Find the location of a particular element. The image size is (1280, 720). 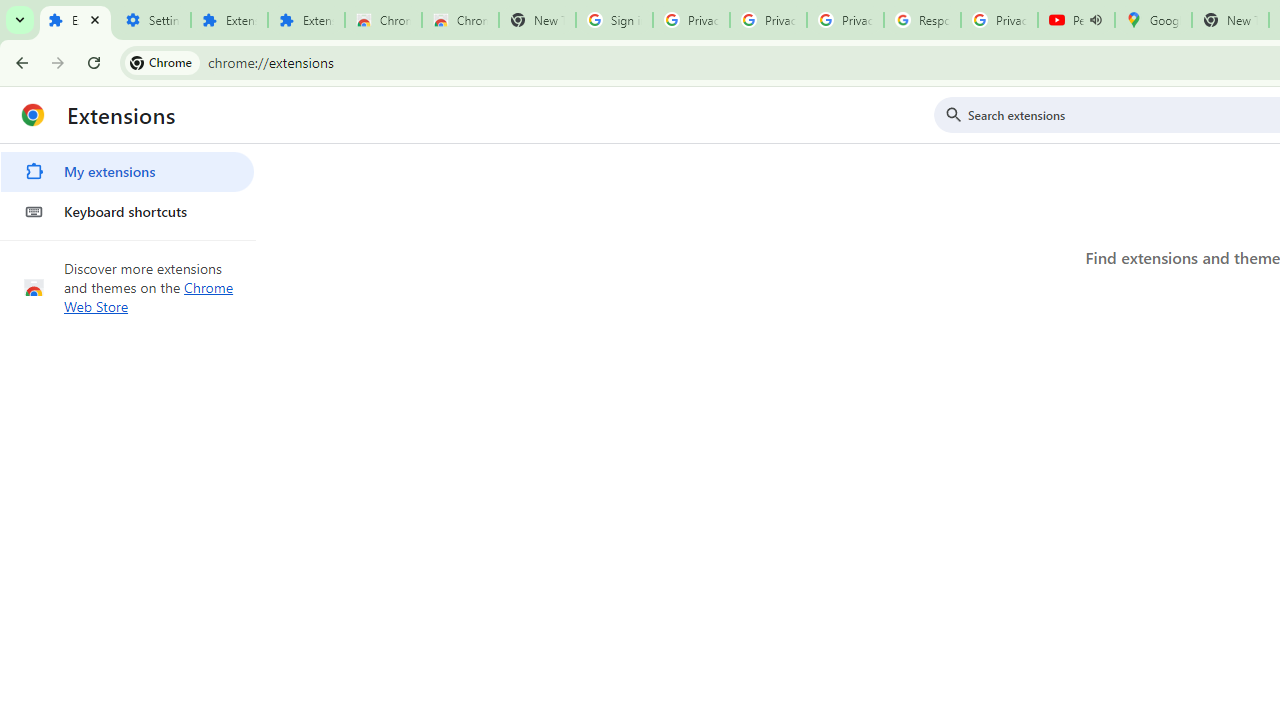

'My extensions' is located at coordinates (126, 171).